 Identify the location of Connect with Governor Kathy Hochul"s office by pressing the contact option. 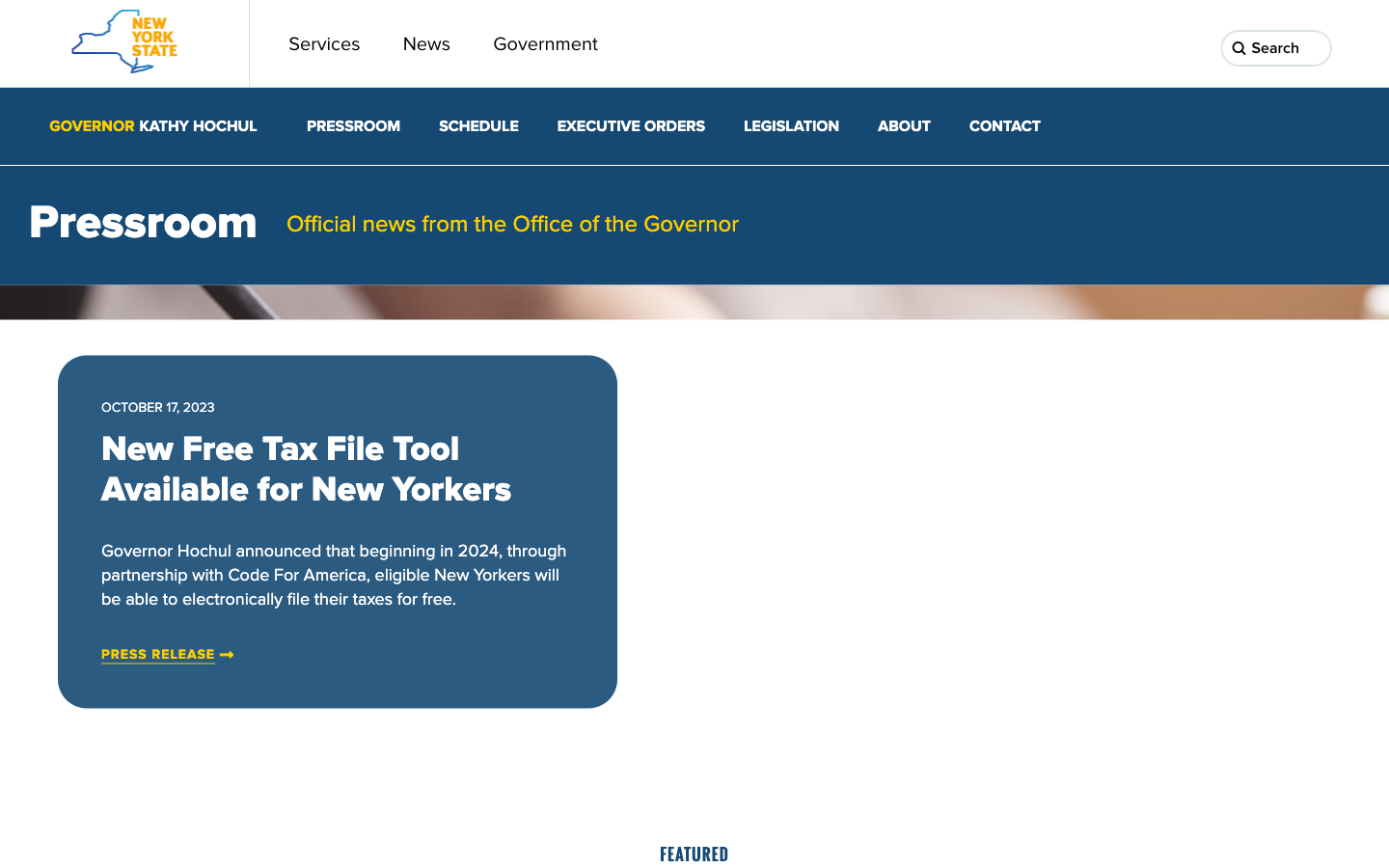
(1004, 126).